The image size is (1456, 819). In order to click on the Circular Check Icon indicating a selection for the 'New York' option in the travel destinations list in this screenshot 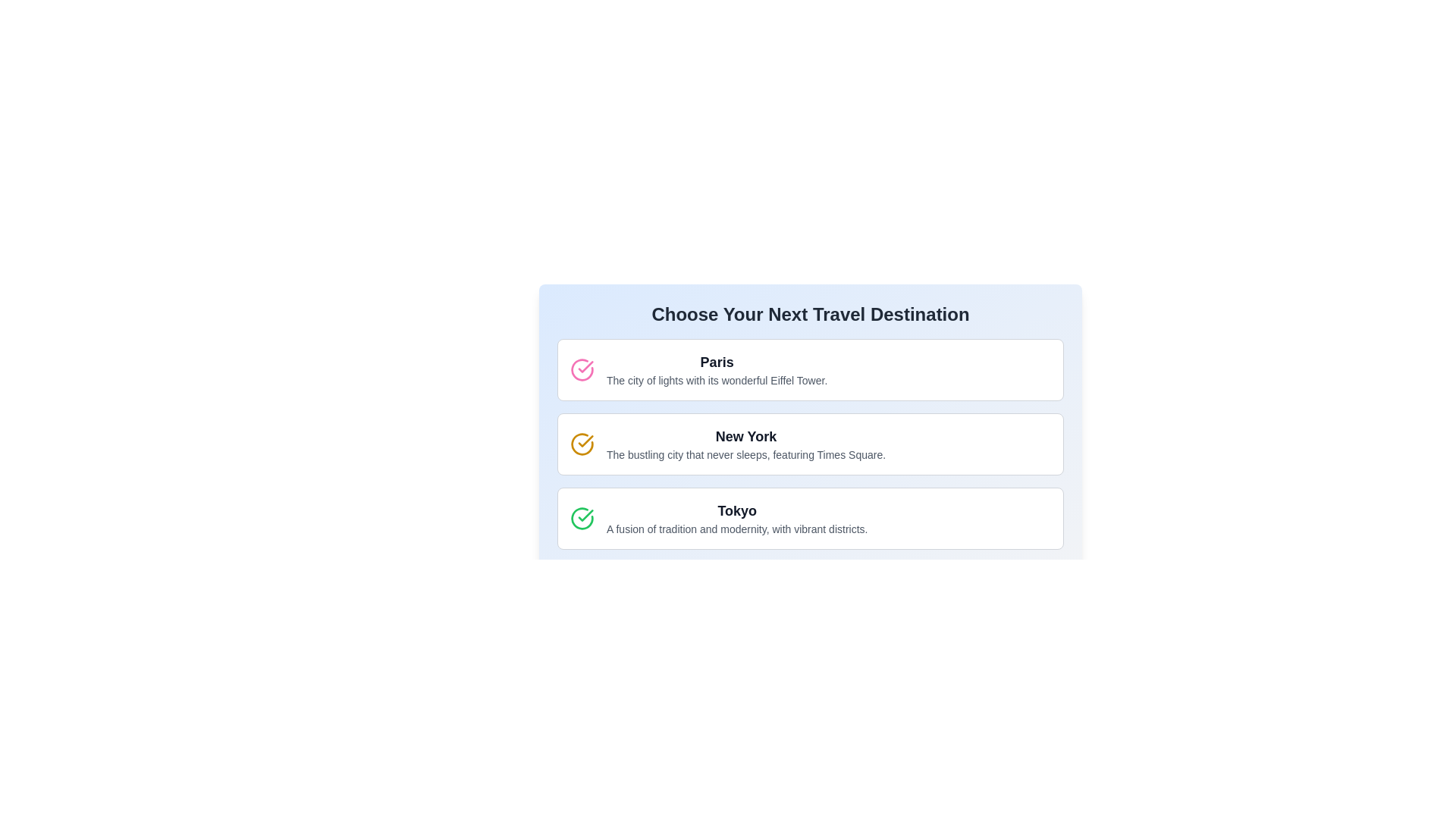, I will do `click(582, 444)`.